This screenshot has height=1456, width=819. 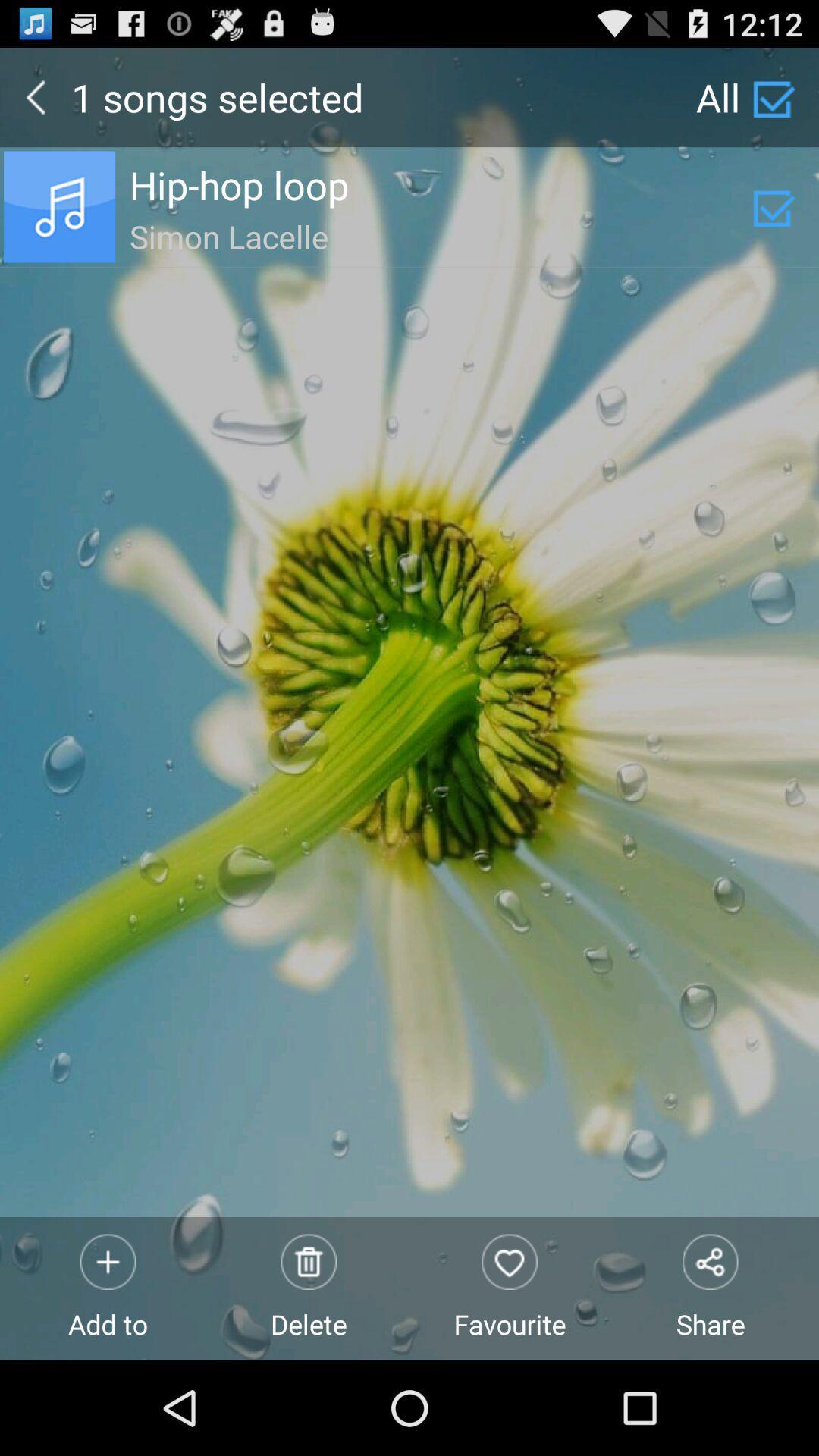 I want to click on simon lacelle item, so click(x=441, y=234).